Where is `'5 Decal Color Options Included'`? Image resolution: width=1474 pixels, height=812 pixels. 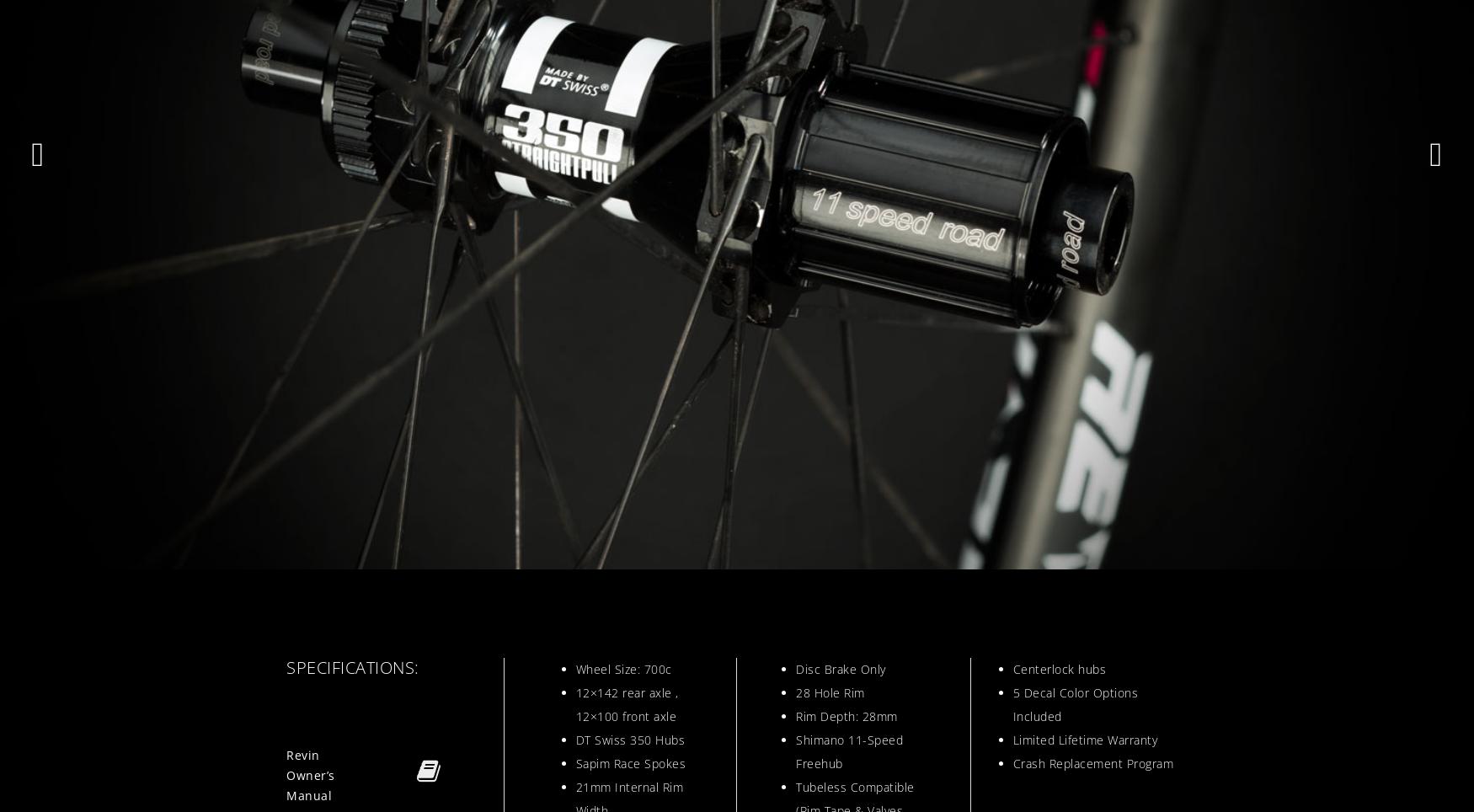 '5 Decal Color Options Included' is located at coordinates (1012, 703).